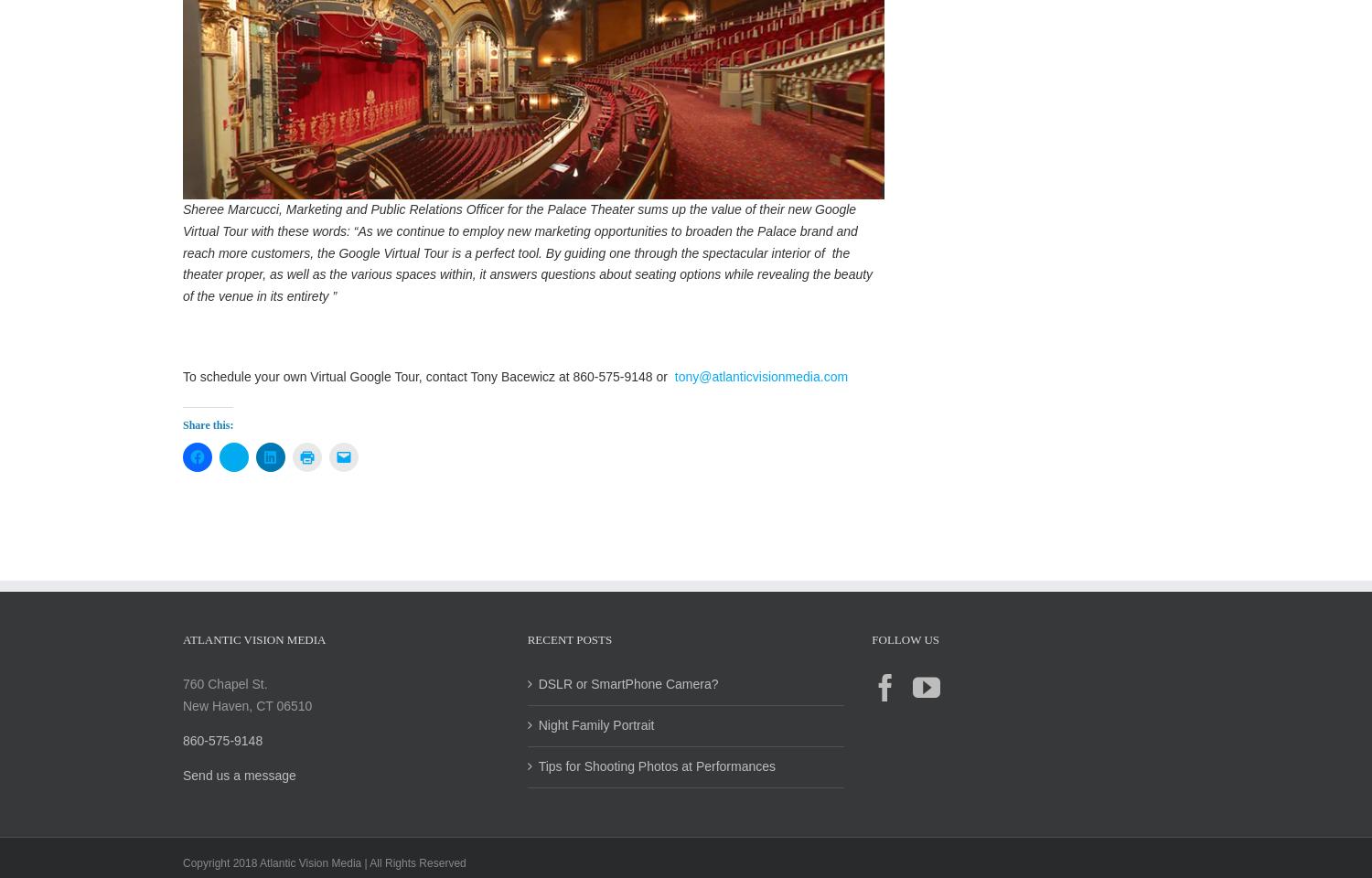 Image resolution: width=1372 pixels, height=878 pixels. What do you see at coordinates (207, 443) in the screenshot?
I see `'Share this:'` at bounding box center [207, 443].